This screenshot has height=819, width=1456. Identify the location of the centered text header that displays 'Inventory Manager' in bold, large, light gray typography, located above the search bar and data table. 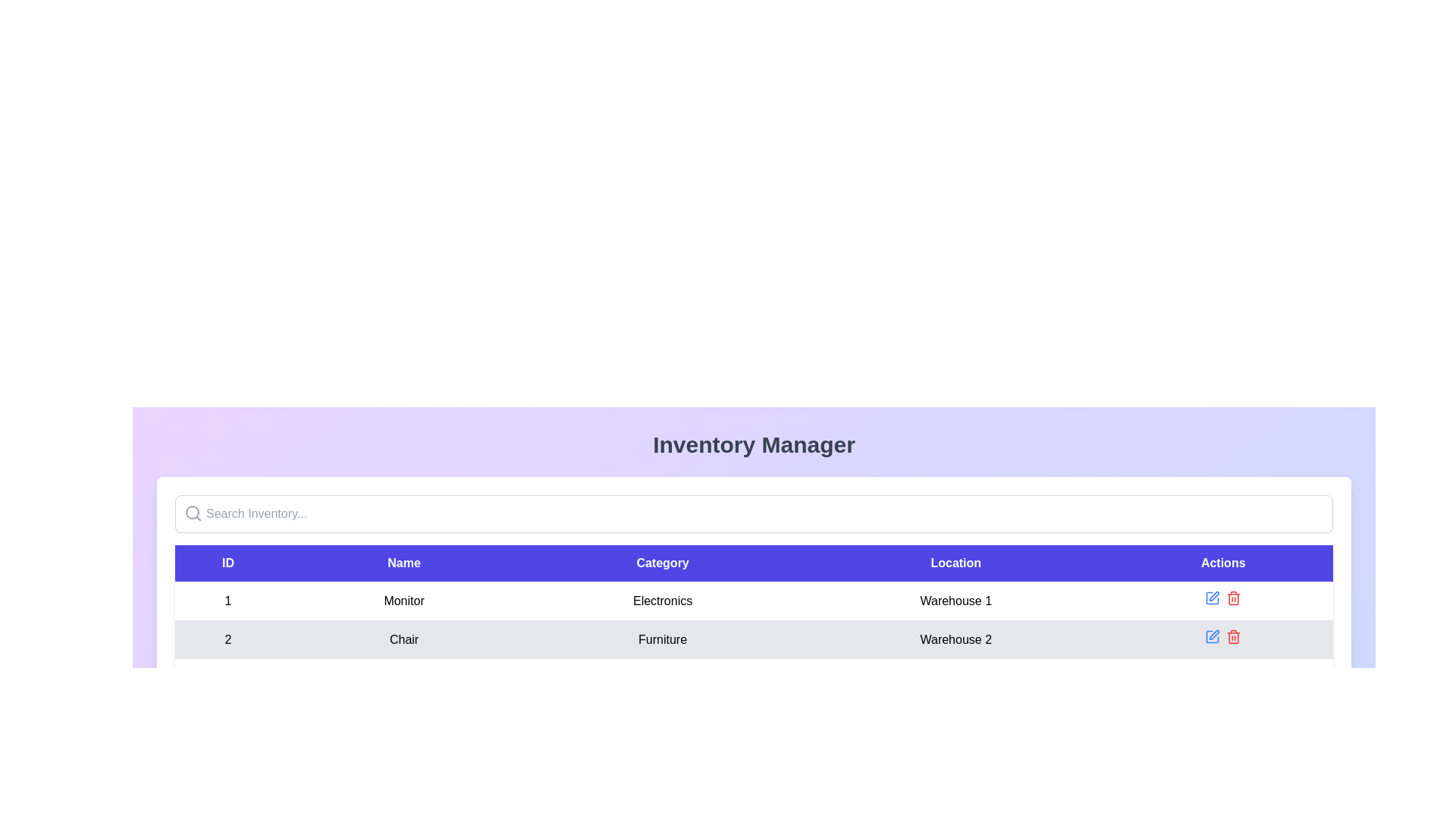
(754, 444).